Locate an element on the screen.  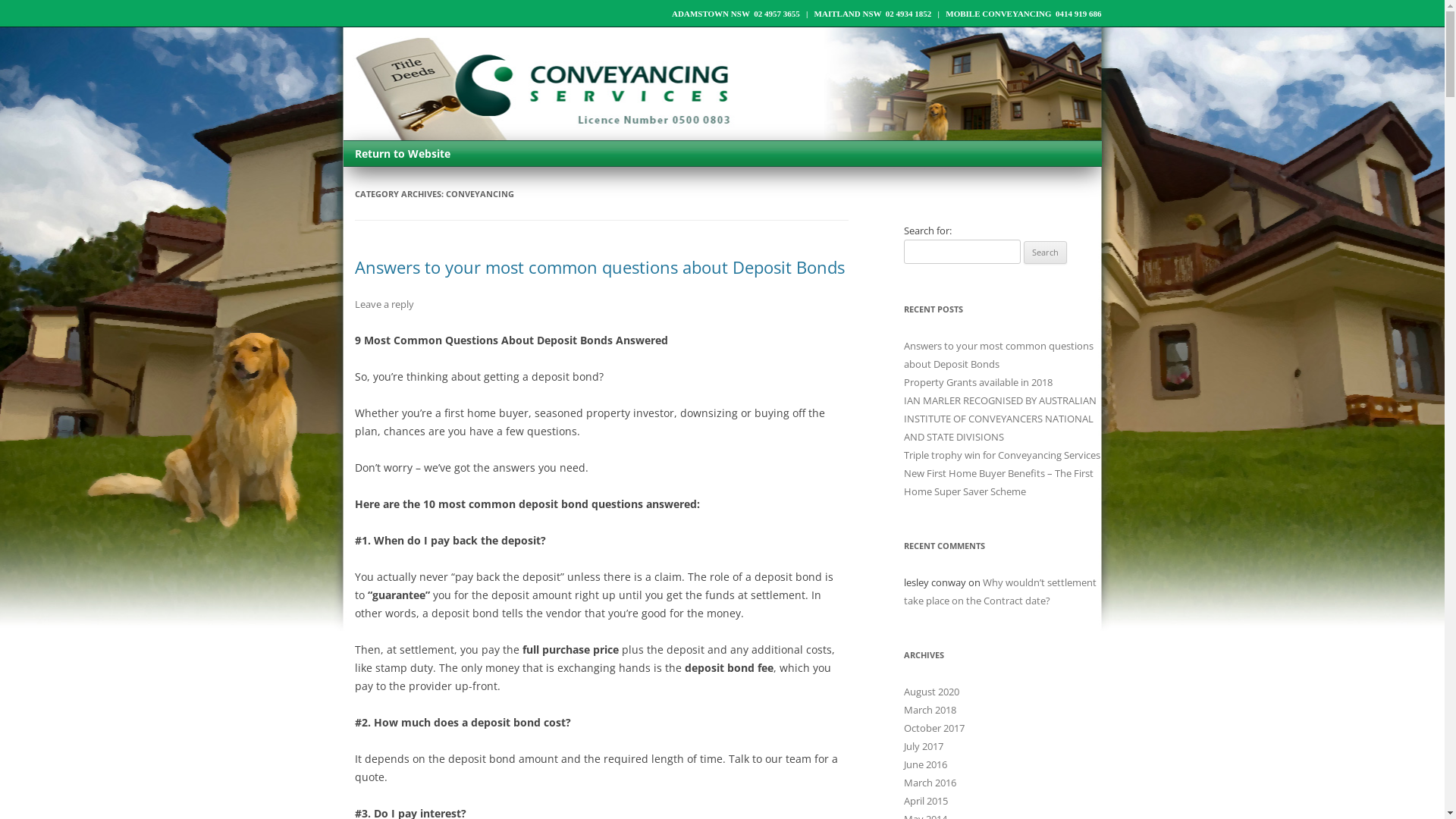
'Triple trophy win for Conveyancing Services' is located at coordinates (1002, 454).